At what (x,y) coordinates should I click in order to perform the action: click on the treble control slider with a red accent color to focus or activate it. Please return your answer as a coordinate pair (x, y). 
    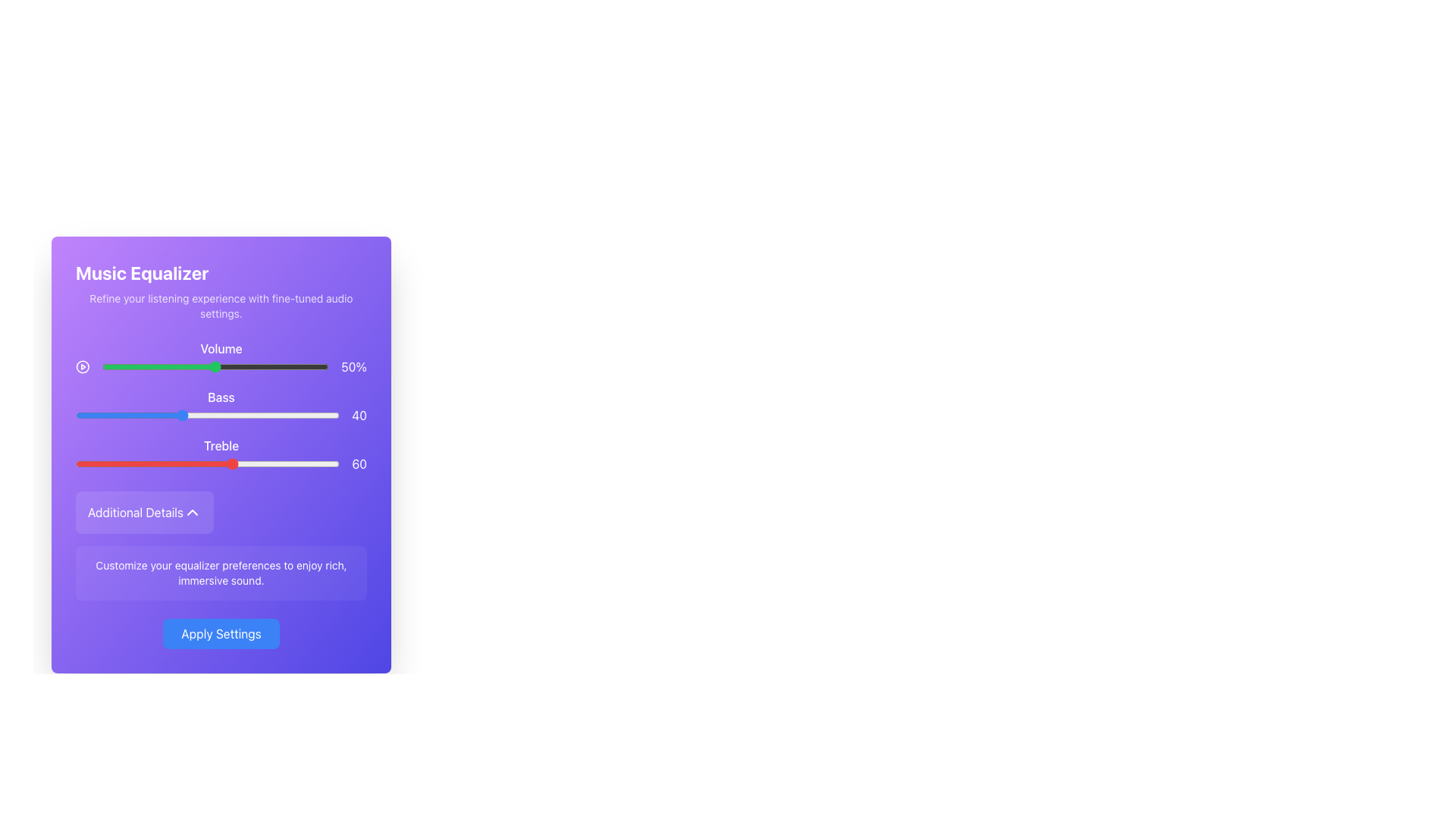
    Looking at the image, I should click on (221, 463).